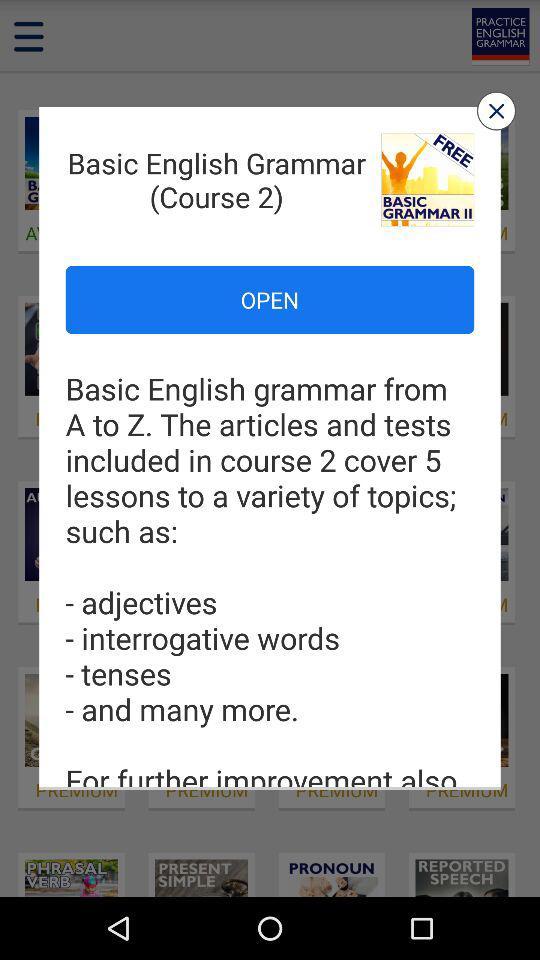  I want to click on pop up box, so click(495, 111).